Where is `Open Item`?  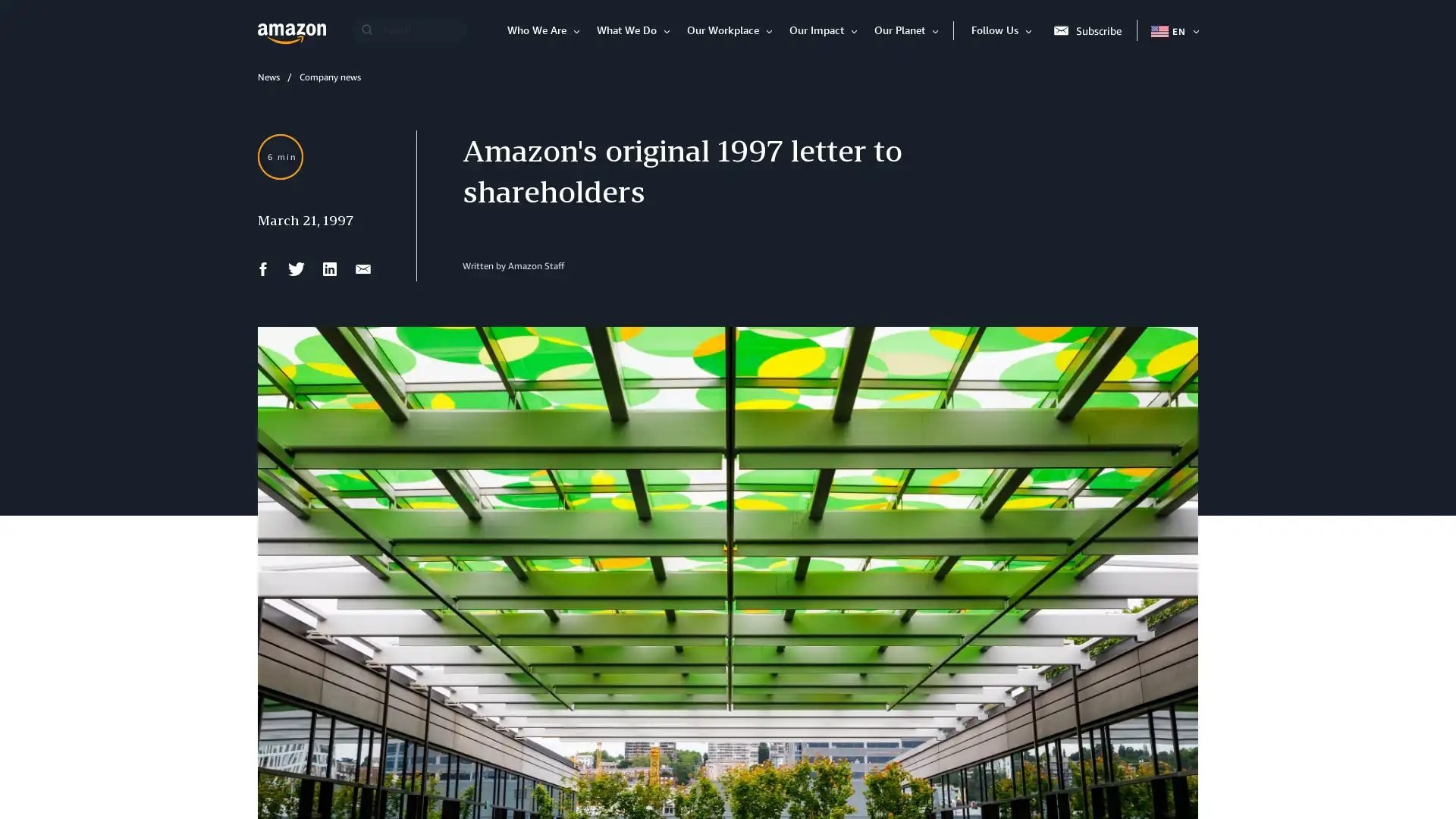 Open Item is located at coordinates (669, 30).